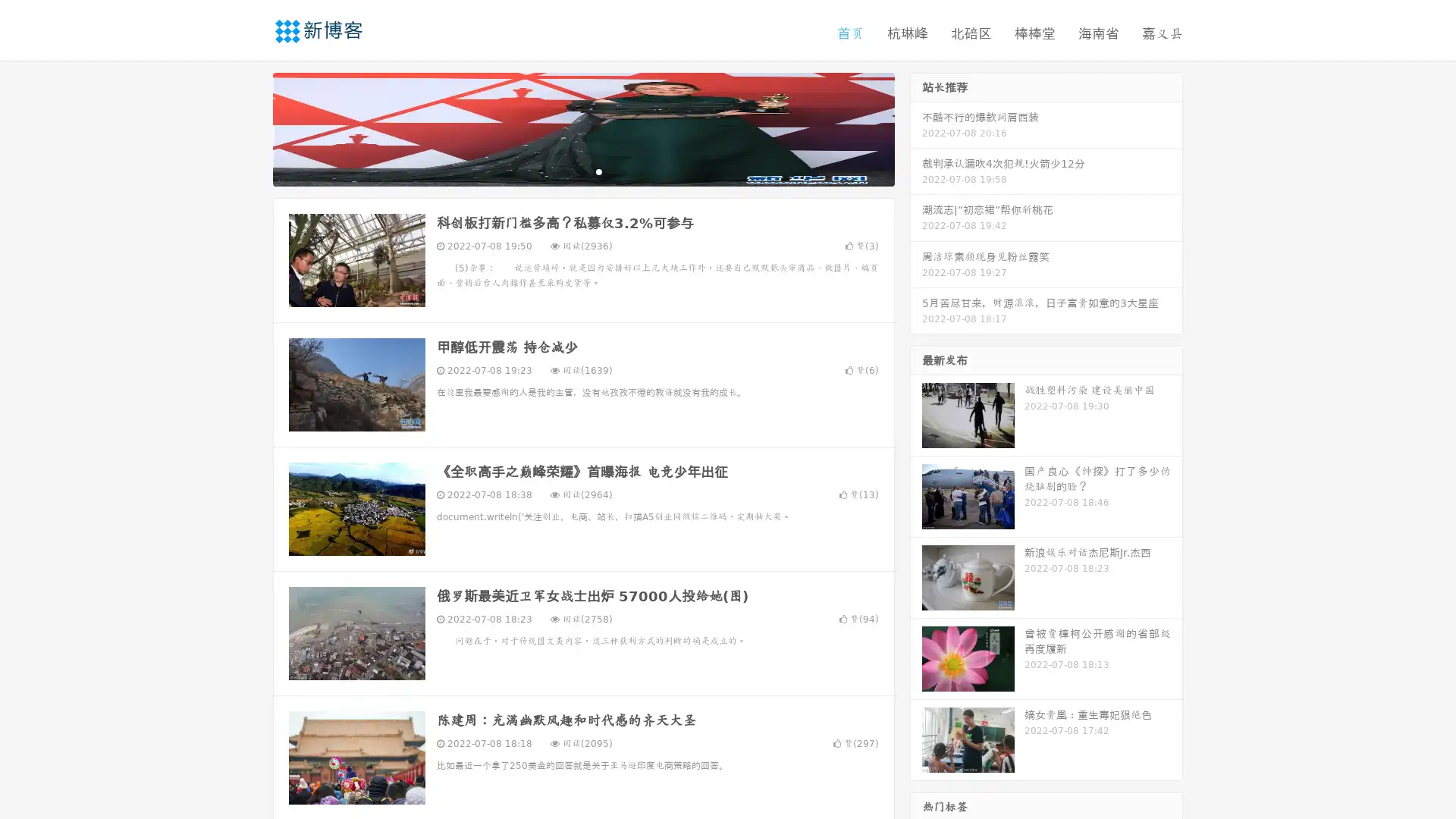 This screenshot has height=819, width=1456. Describe the element at coordinates (250, 127) in the screenshot. I see `Previous slide` at that location.